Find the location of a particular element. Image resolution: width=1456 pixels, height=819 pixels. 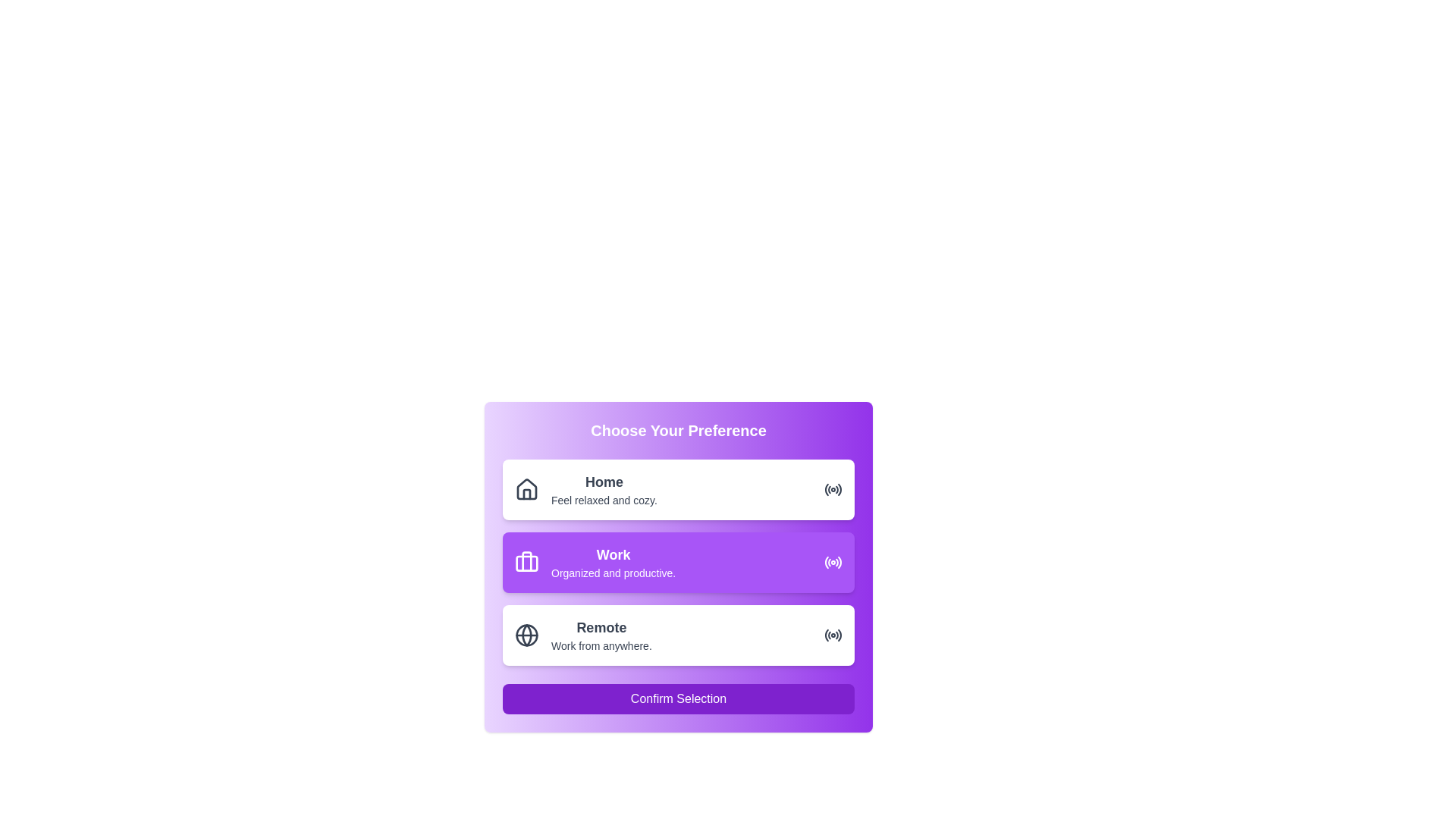

the content of the descriptive text element indicating the preference for 'Work', which is the second item in a vertical stack of options labeled 'Home' and 'Remote' is located at coordinates (613, 562).